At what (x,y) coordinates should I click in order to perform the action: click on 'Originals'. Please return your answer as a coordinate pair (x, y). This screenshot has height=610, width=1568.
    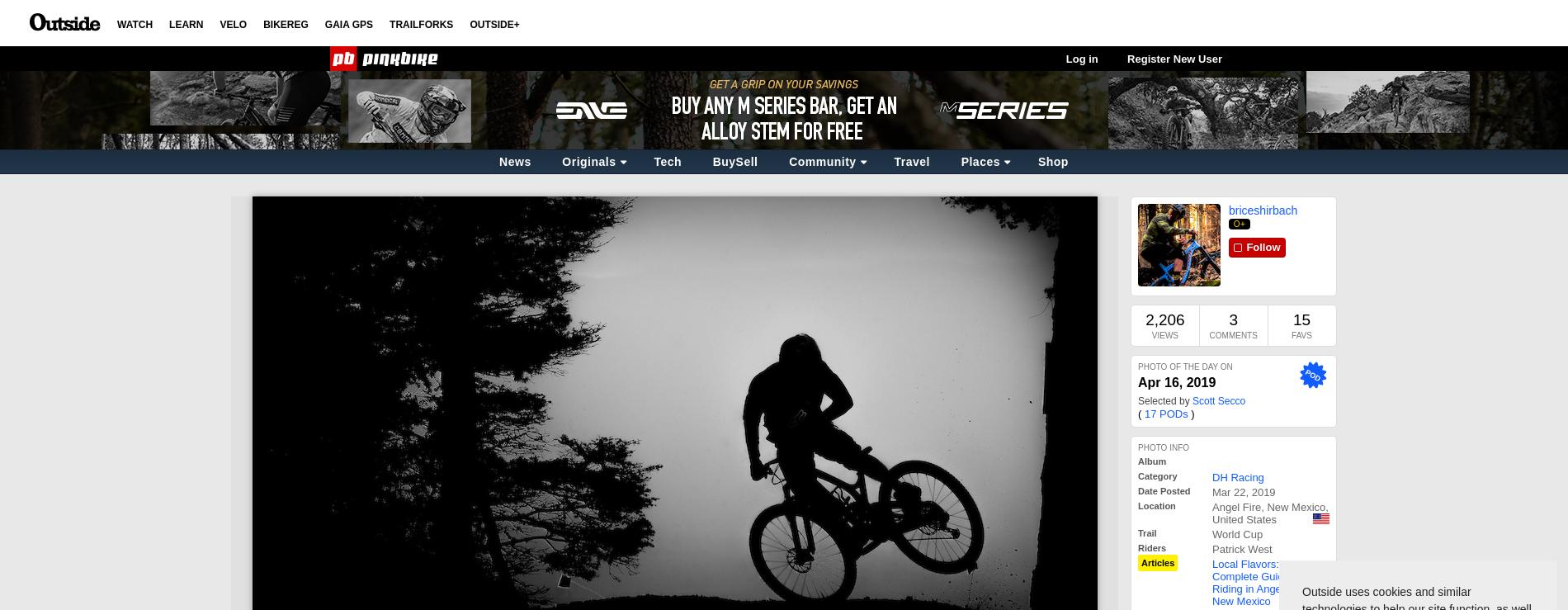
    Looking at the image, I should click on (588, 161).